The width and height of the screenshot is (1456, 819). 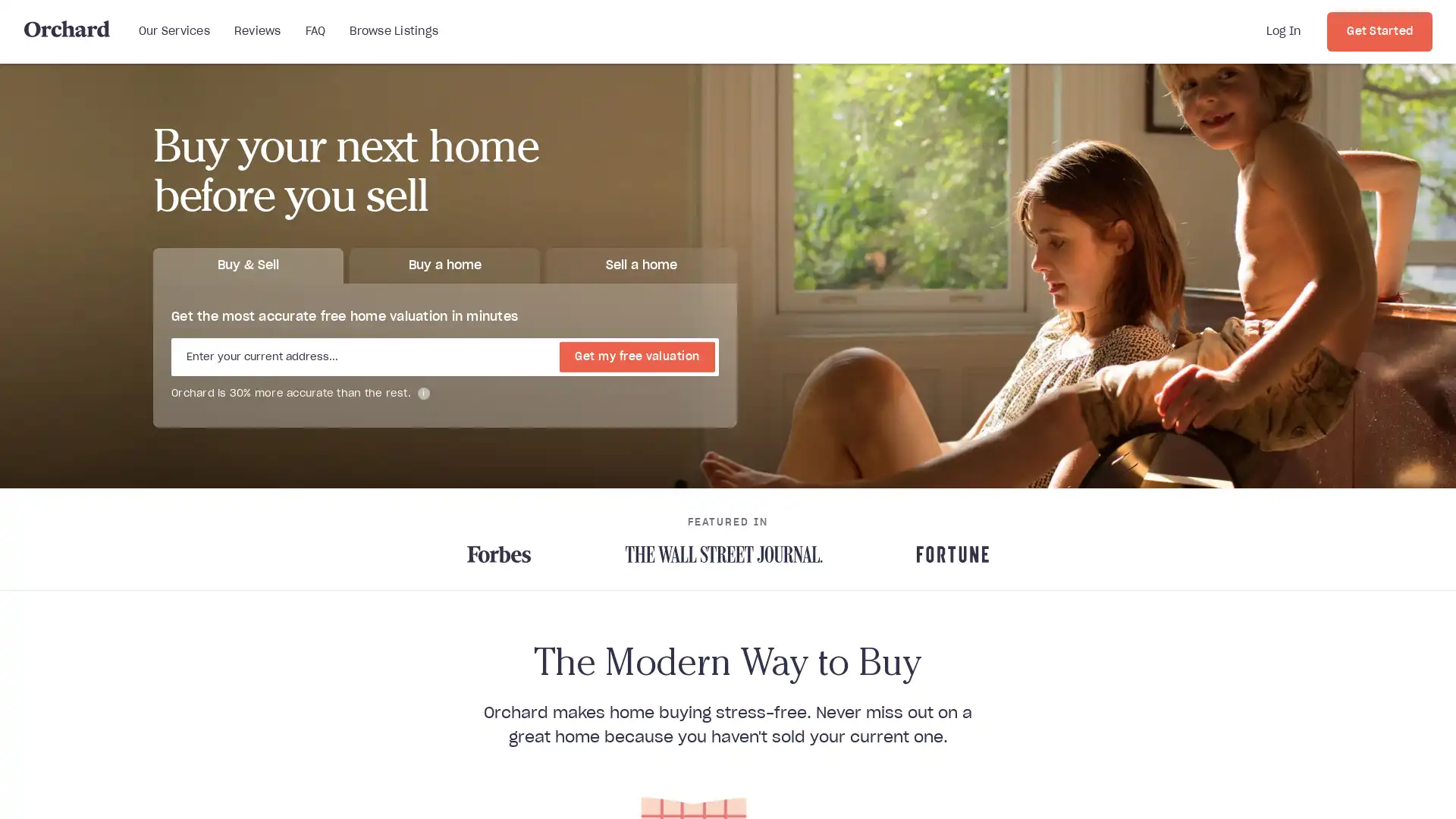 What do you see at coordinates (1417, 784) in the screenshot?
I see `Close Chatbox` at bounding box center [1417, 784].